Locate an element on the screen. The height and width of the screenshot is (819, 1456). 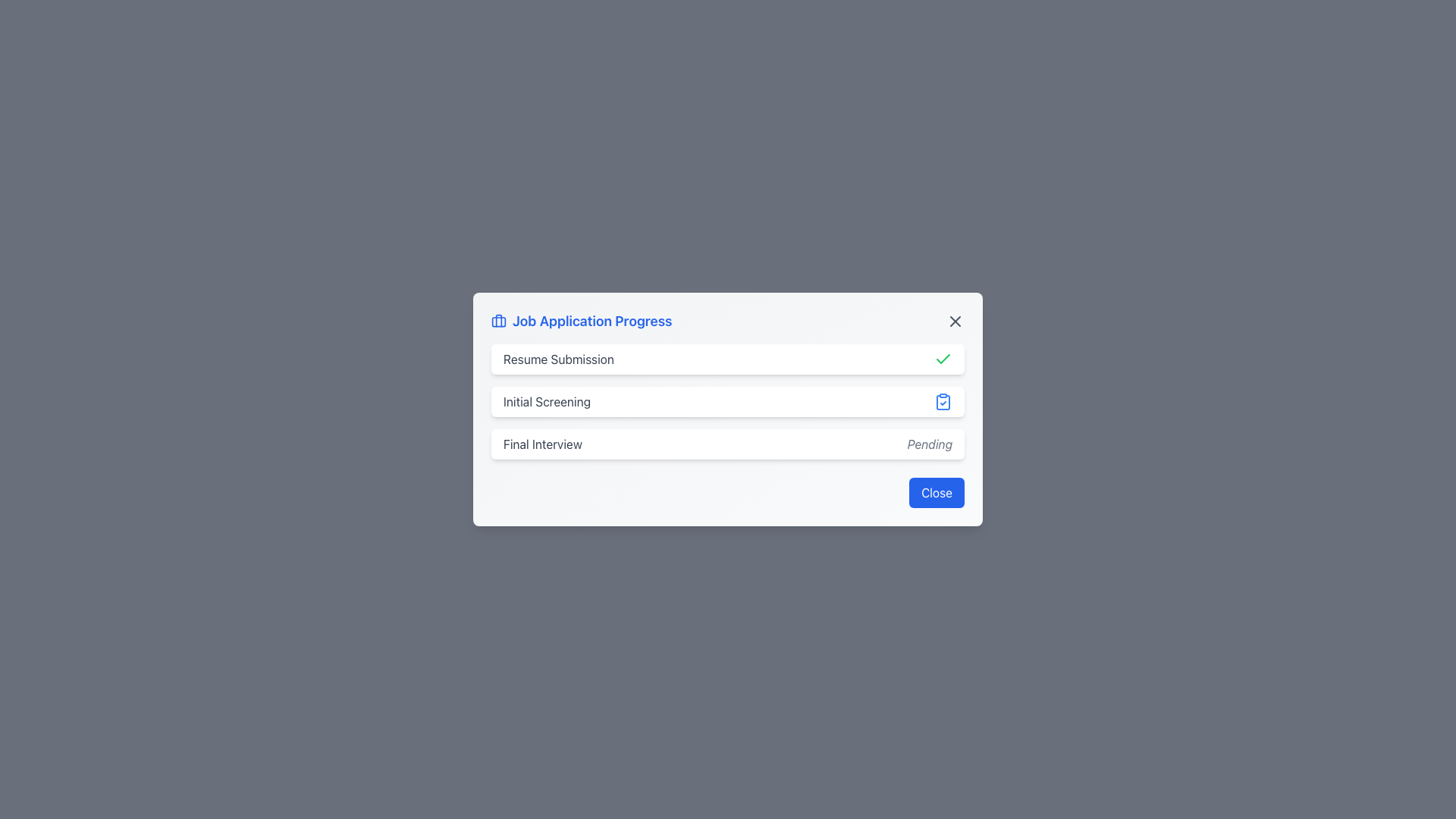
keyboard navigation is located at coordinates (936, 493).